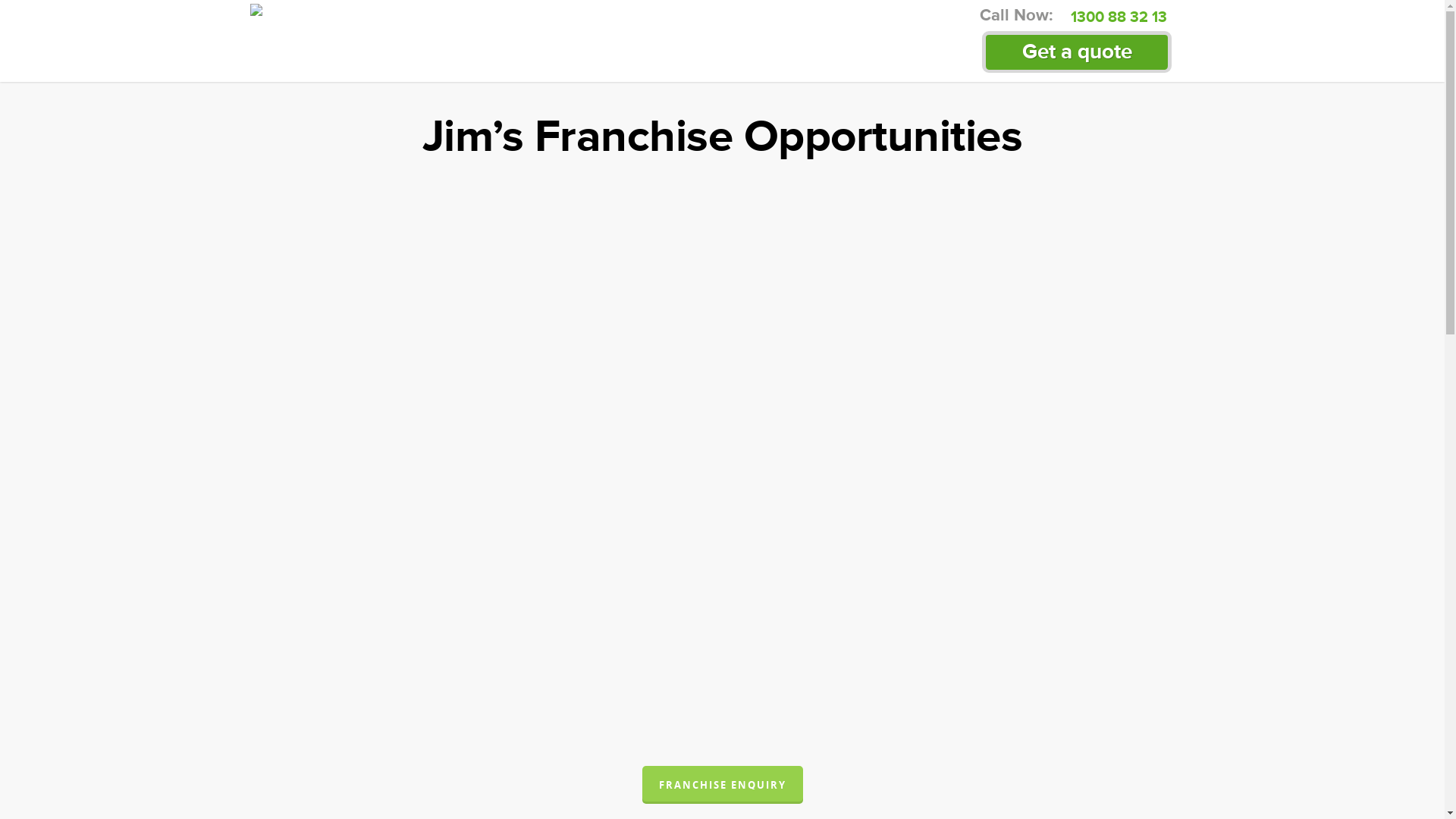  I want to click on 'Get a quote', so click(1076, 51).